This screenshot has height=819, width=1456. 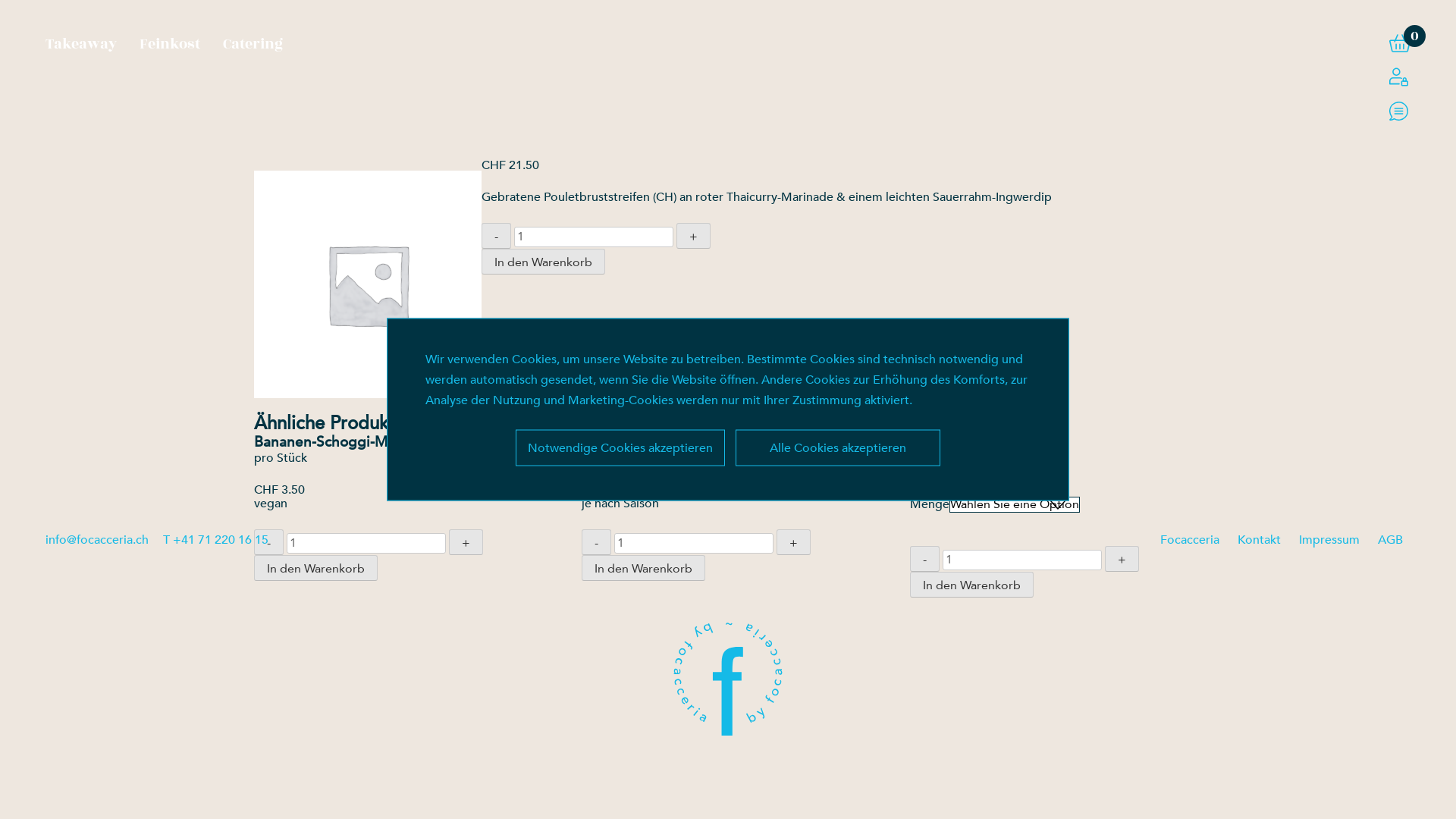 I want to click on 'AGB', so click(x=1378, y=539).